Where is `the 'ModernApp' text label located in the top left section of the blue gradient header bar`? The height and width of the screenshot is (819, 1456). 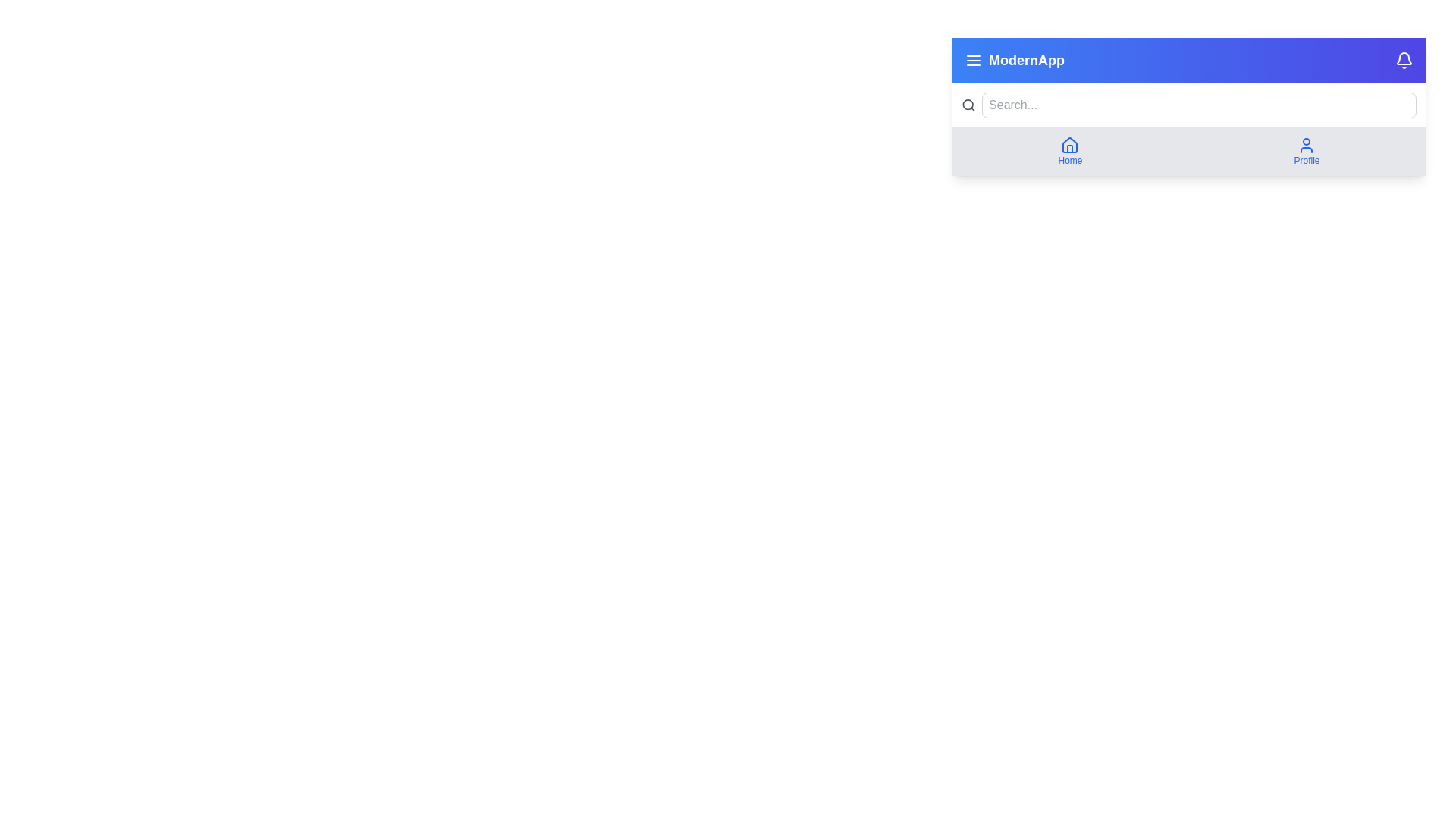 the 'ModernApp' text label located in the top left section of the blue gradient header bar is located at coordinates (1015, 60).